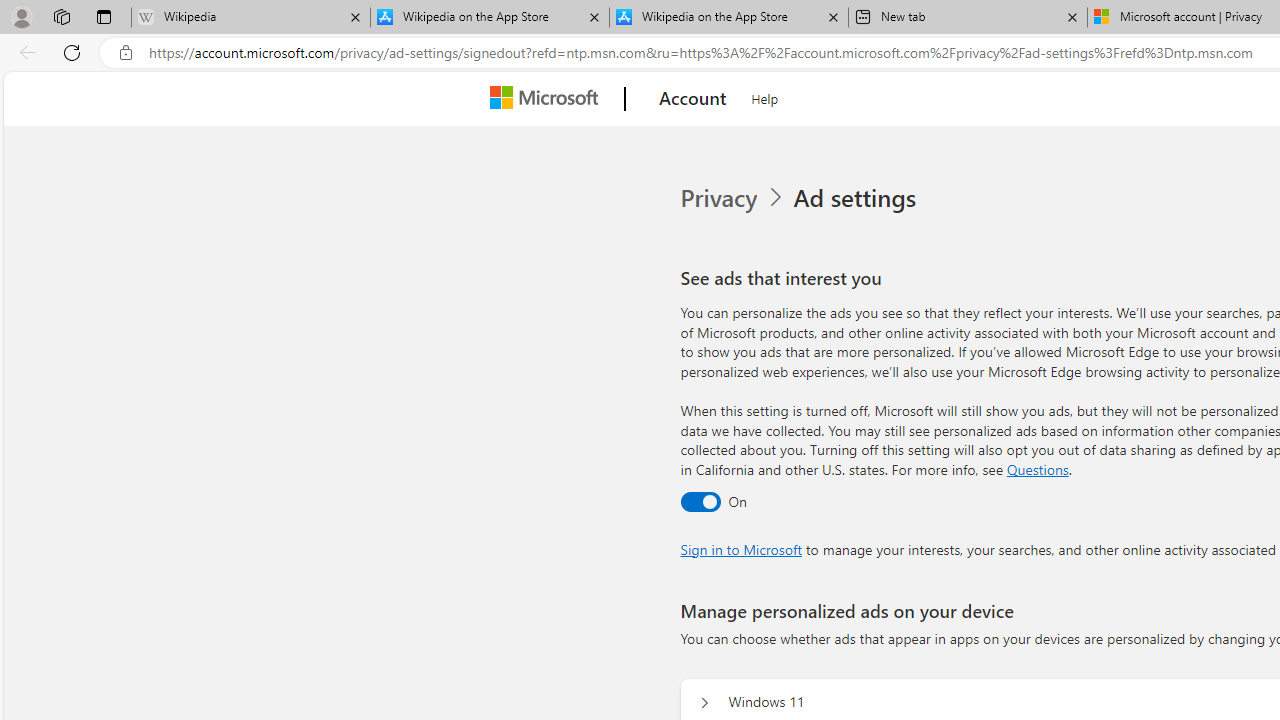 The width and height of the screenshot is (1280, 720). Describe the element at coordinates (764, 96) in the screenshot. I see `'Help'` at that location.